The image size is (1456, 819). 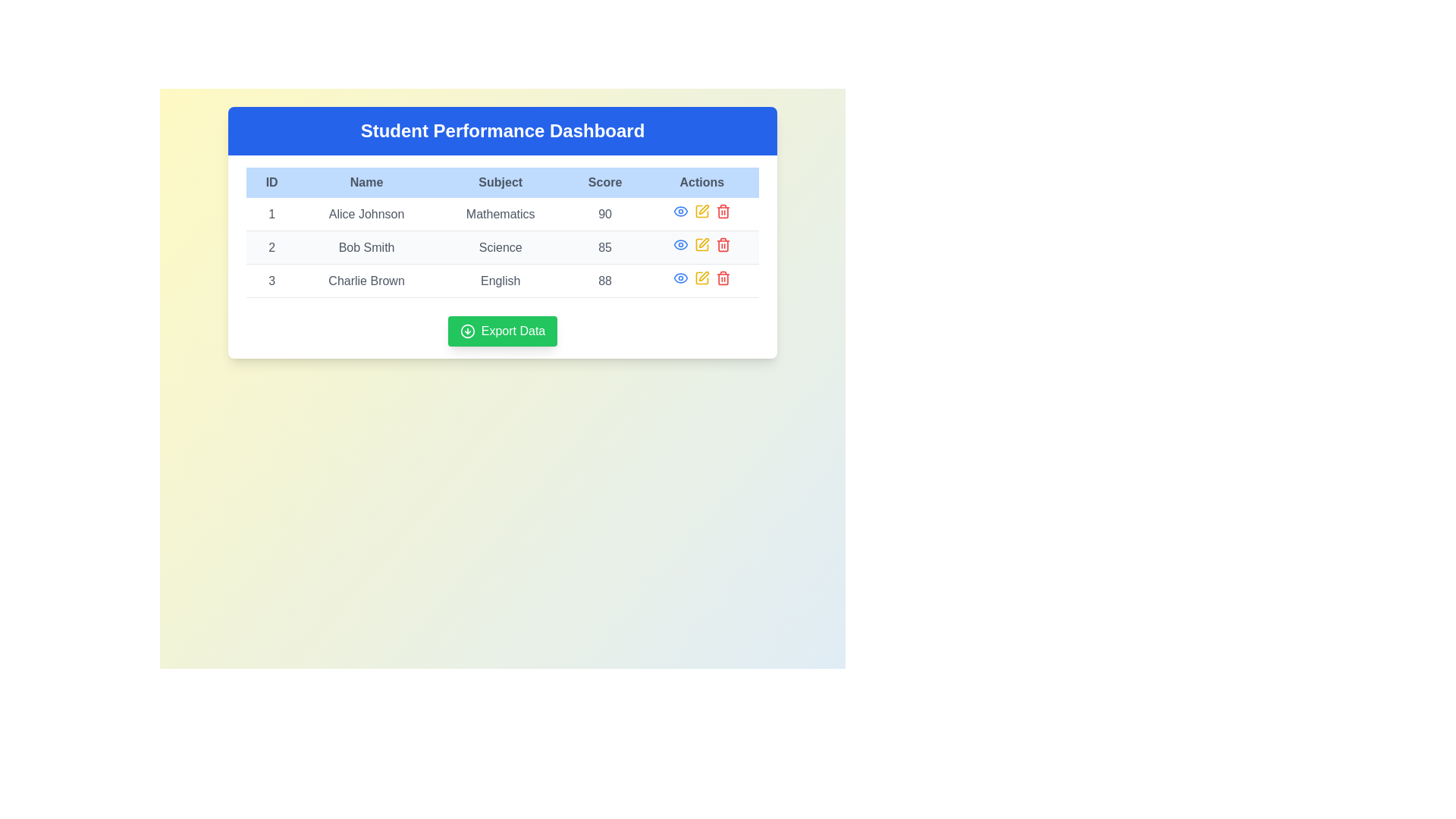 What do you see at coordinates (502, 256) in the screenshot?
I see `the second row of the student performance table, which displays details such as name, subject, and score` at bounding box center [502, 256].